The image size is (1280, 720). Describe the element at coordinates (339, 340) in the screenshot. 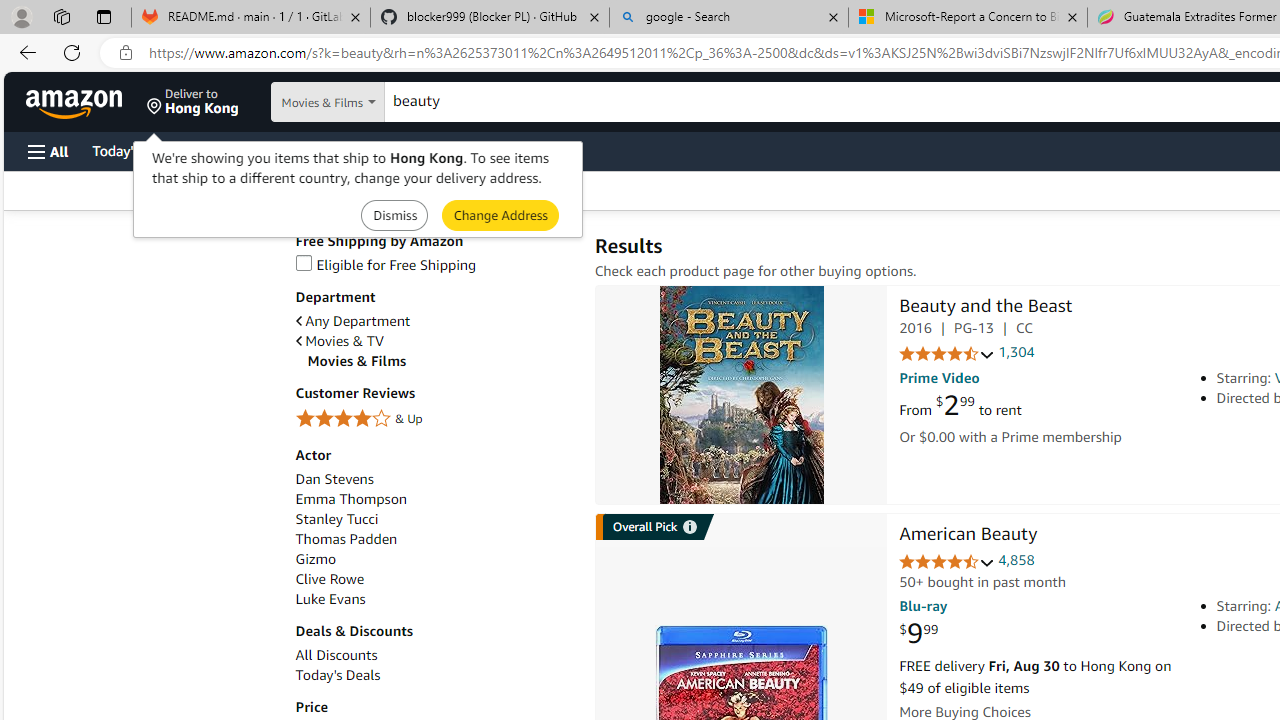

I see `'Movies & TV'` at that location.